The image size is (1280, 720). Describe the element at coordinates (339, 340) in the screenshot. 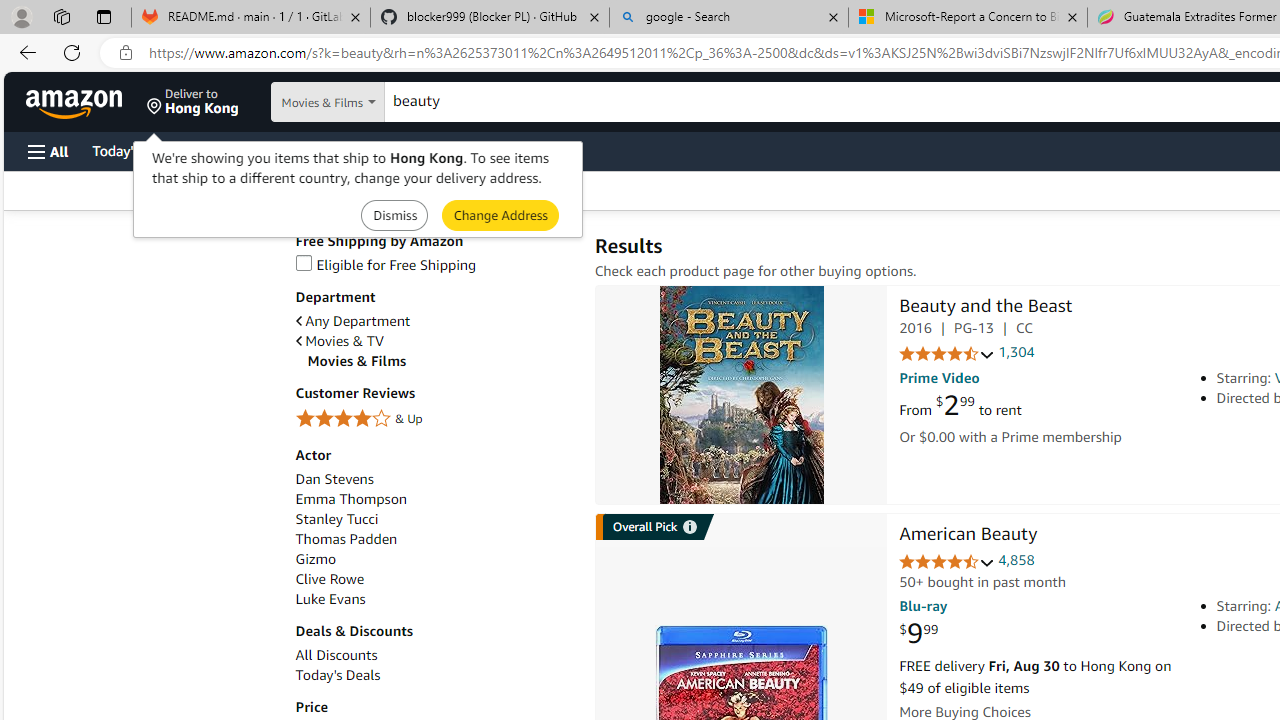

I see `'Movies & TV'` at that location.